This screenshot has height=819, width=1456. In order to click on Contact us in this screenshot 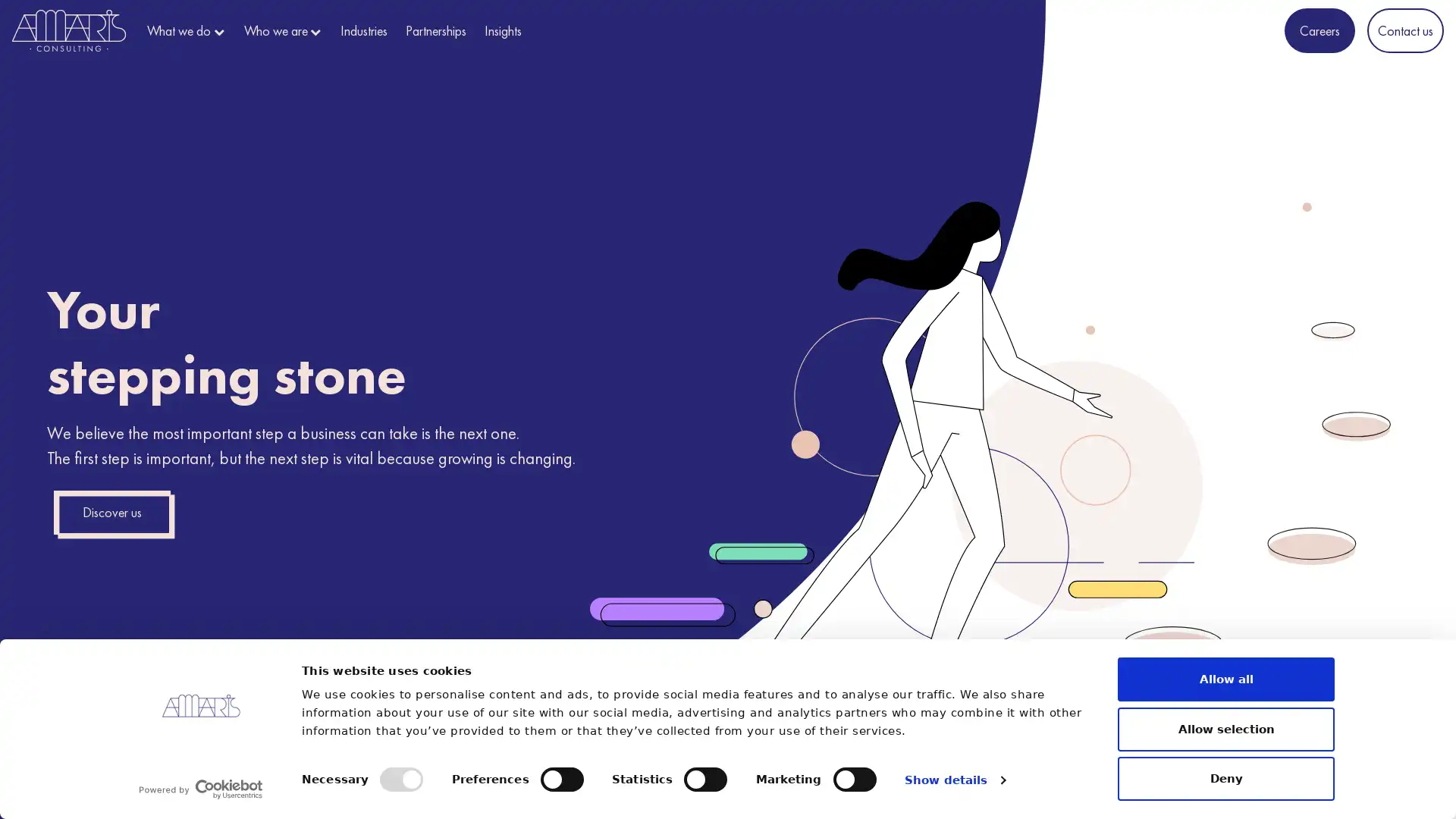, I will do `click(1404, 30)`.